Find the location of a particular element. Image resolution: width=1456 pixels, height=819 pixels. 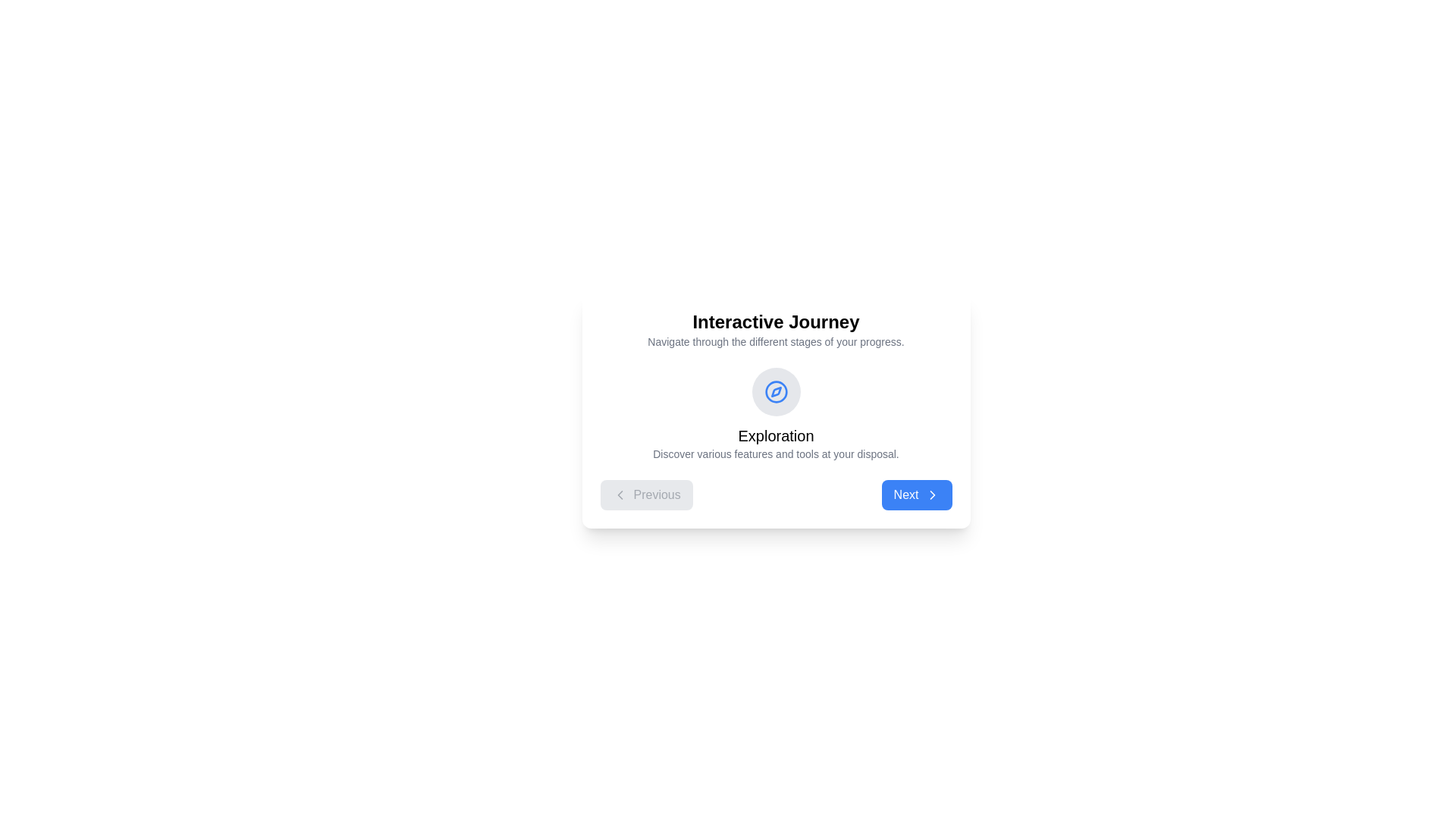

the 'Exploration' icon located at the center of the section below the header 'Interactive Journey' and above the descriptive text is located at coordinates (776, 391).